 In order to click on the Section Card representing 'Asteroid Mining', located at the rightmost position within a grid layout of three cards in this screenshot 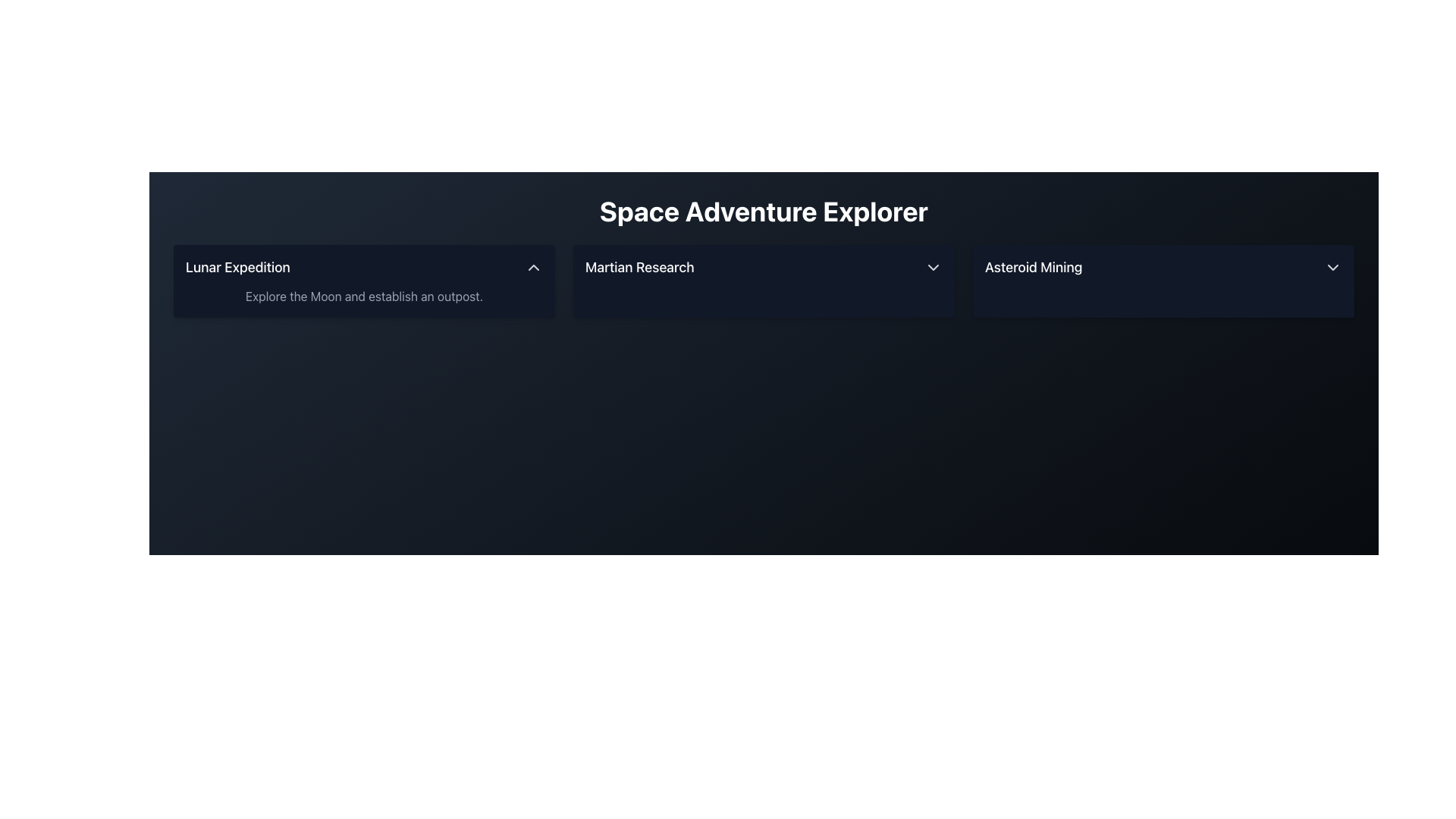, I will do `click(1163, 281)`.